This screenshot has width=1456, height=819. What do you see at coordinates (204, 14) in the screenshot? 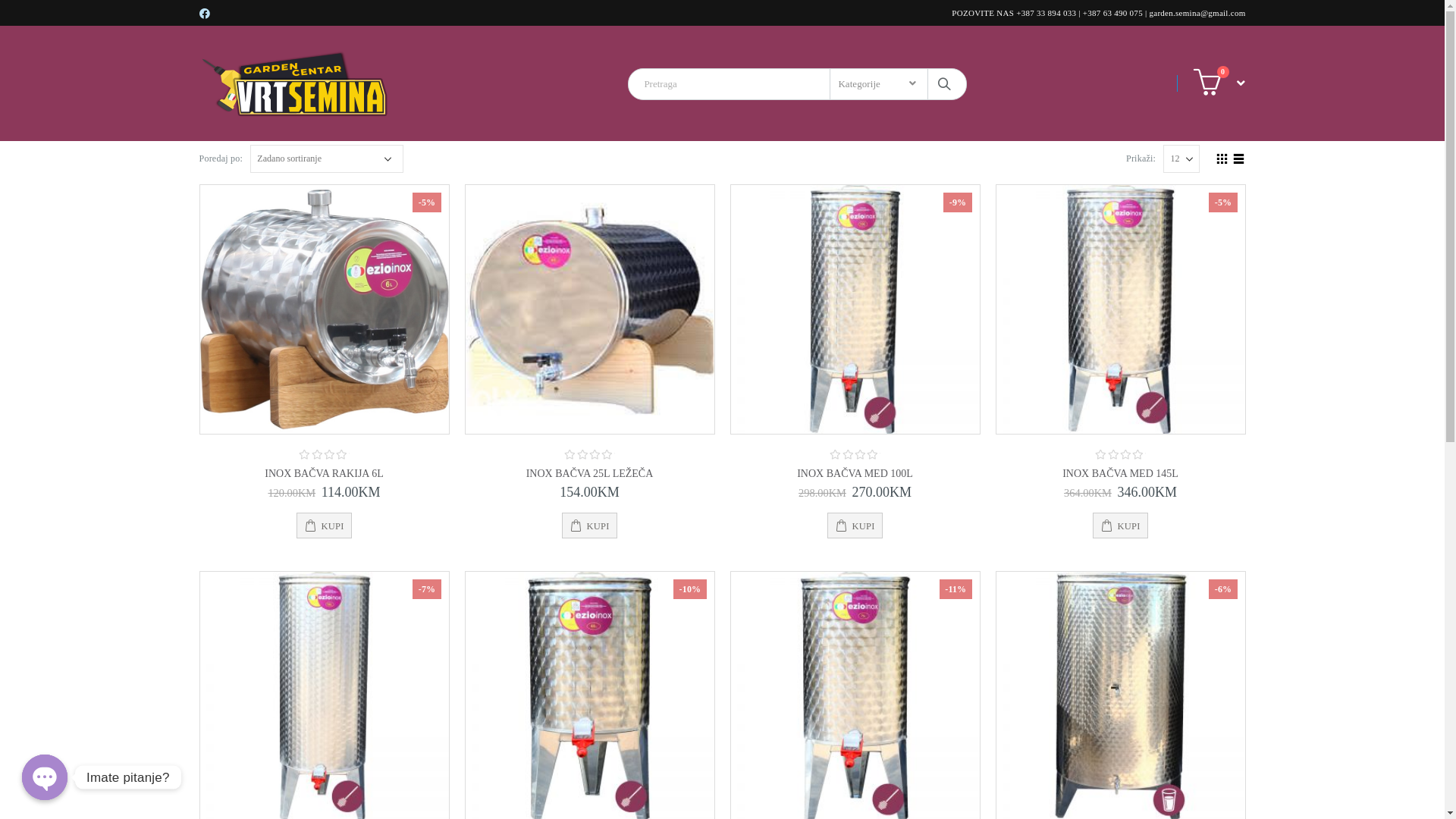
I see `'Facebook'` at bounding box center [204, 14].